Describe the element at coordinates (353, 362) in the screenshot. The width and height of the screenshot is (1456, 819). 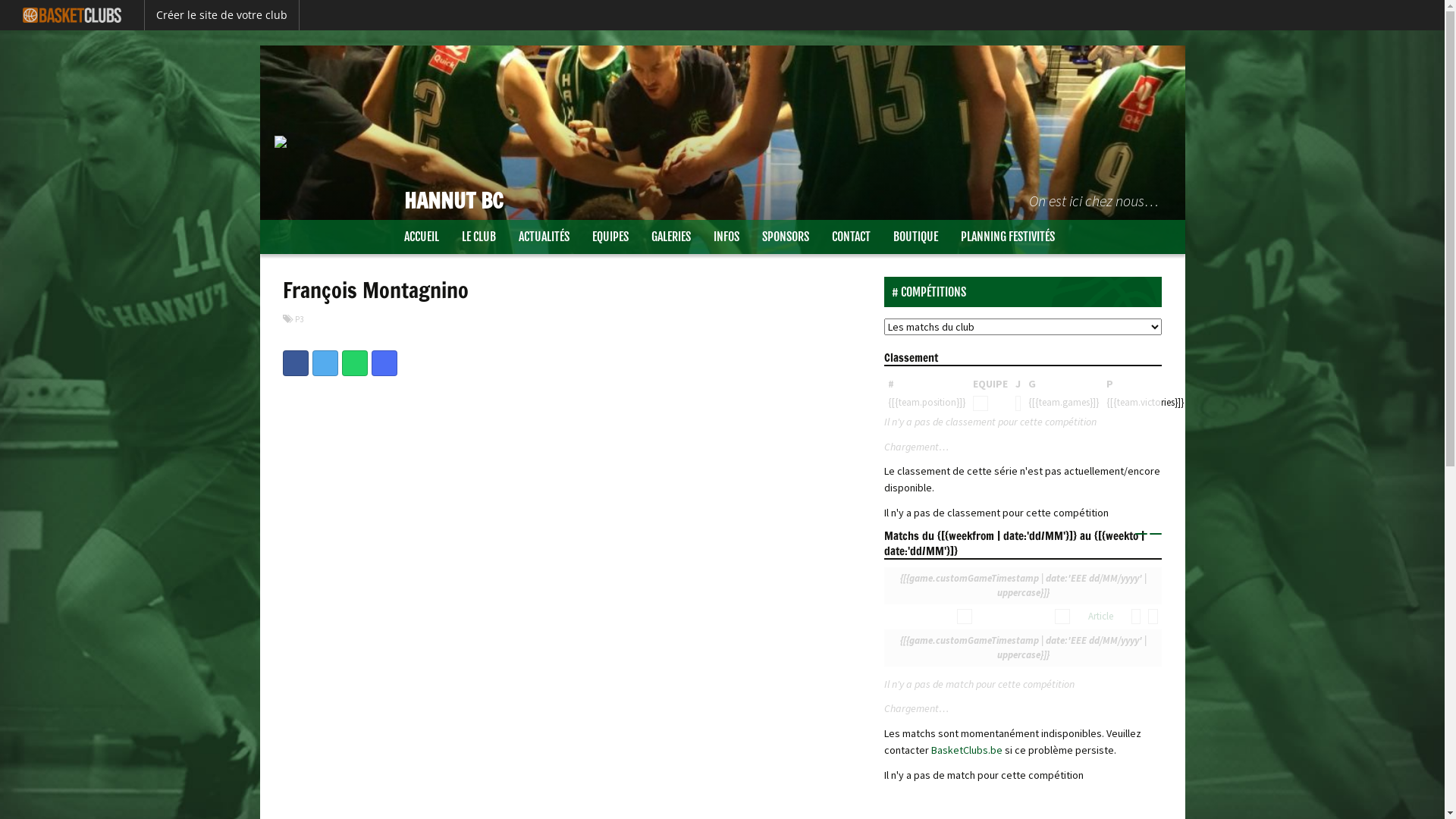
I see `'Partager sur Whatsapp'` at that location.